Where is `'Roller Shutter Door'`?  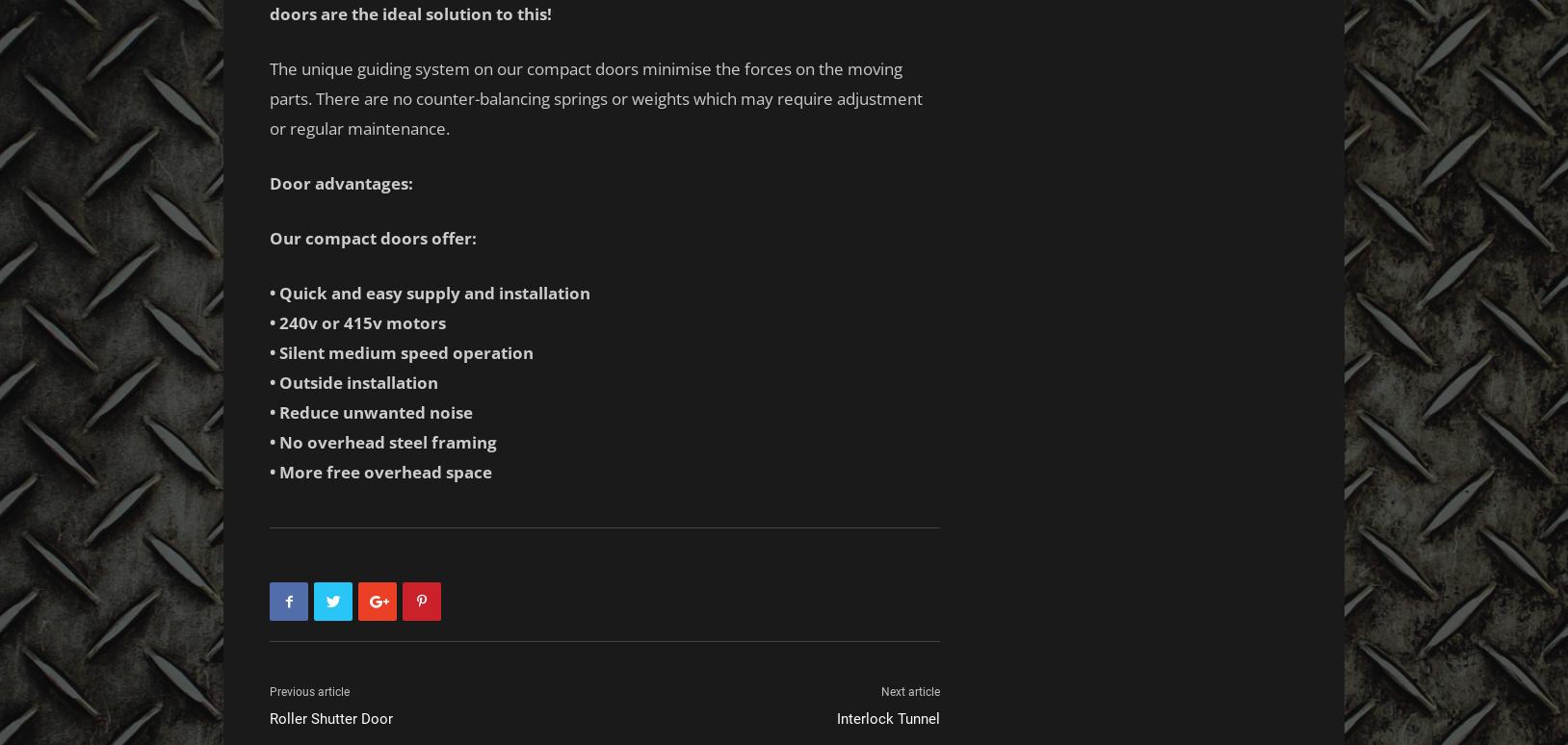 'Roller Shutter Door' is located at coordinates (270, 717).